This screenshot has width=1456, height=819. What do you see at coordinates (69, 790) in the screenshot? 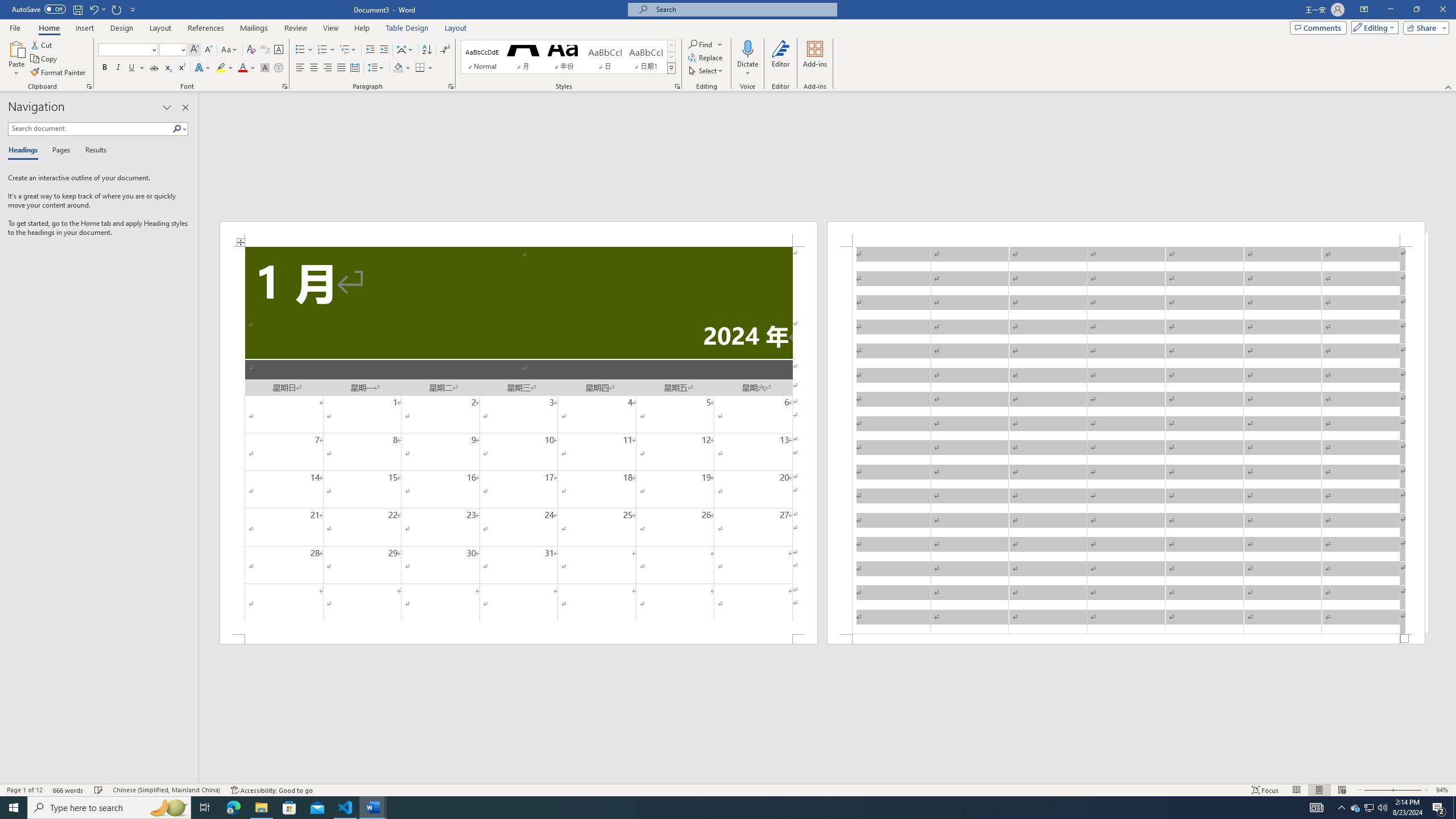
I see `'Word Count 666 words'` at bounding box center [69, 790].